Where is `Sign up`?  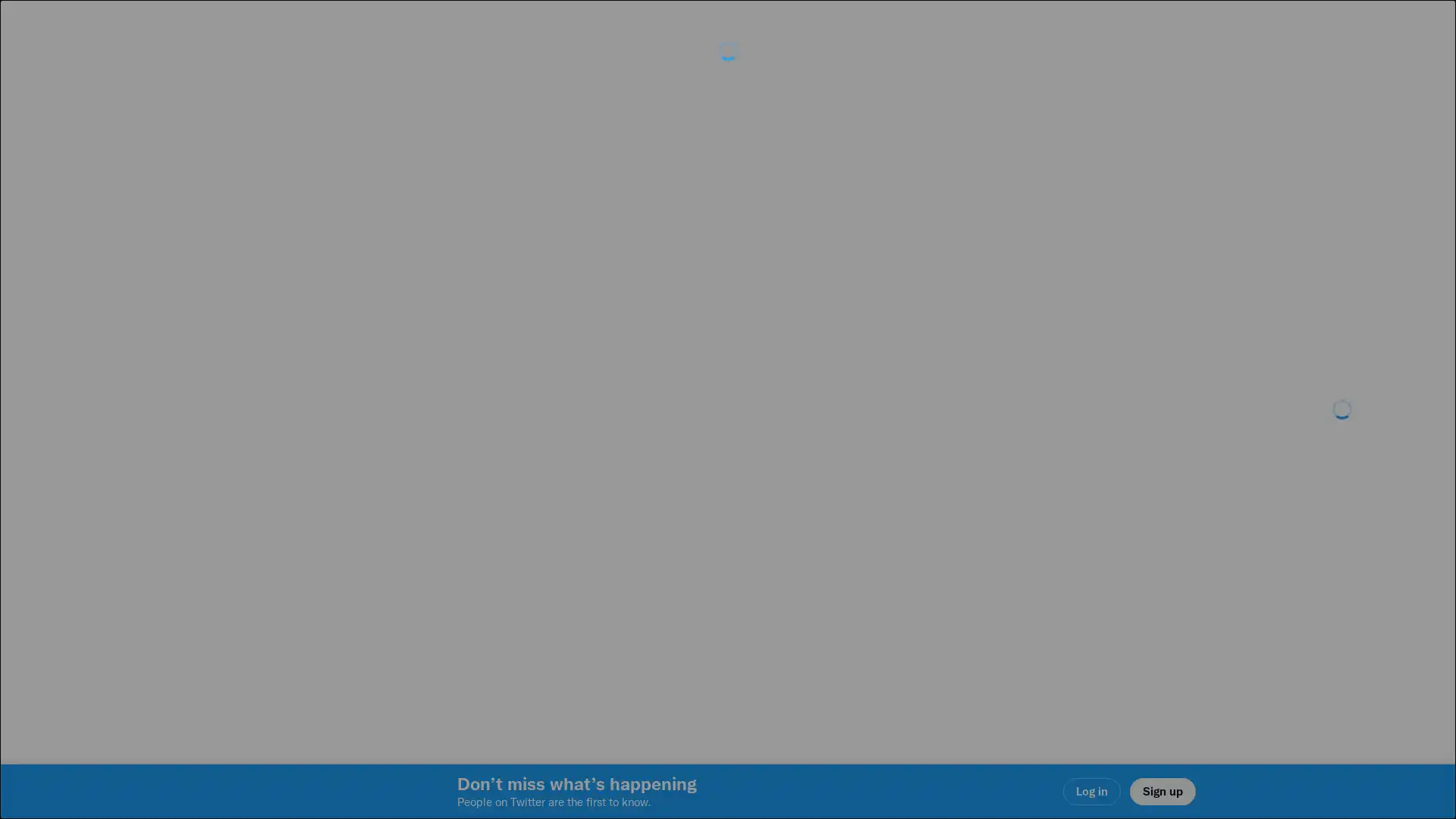 Sign up is located at coordinates (548, 516).